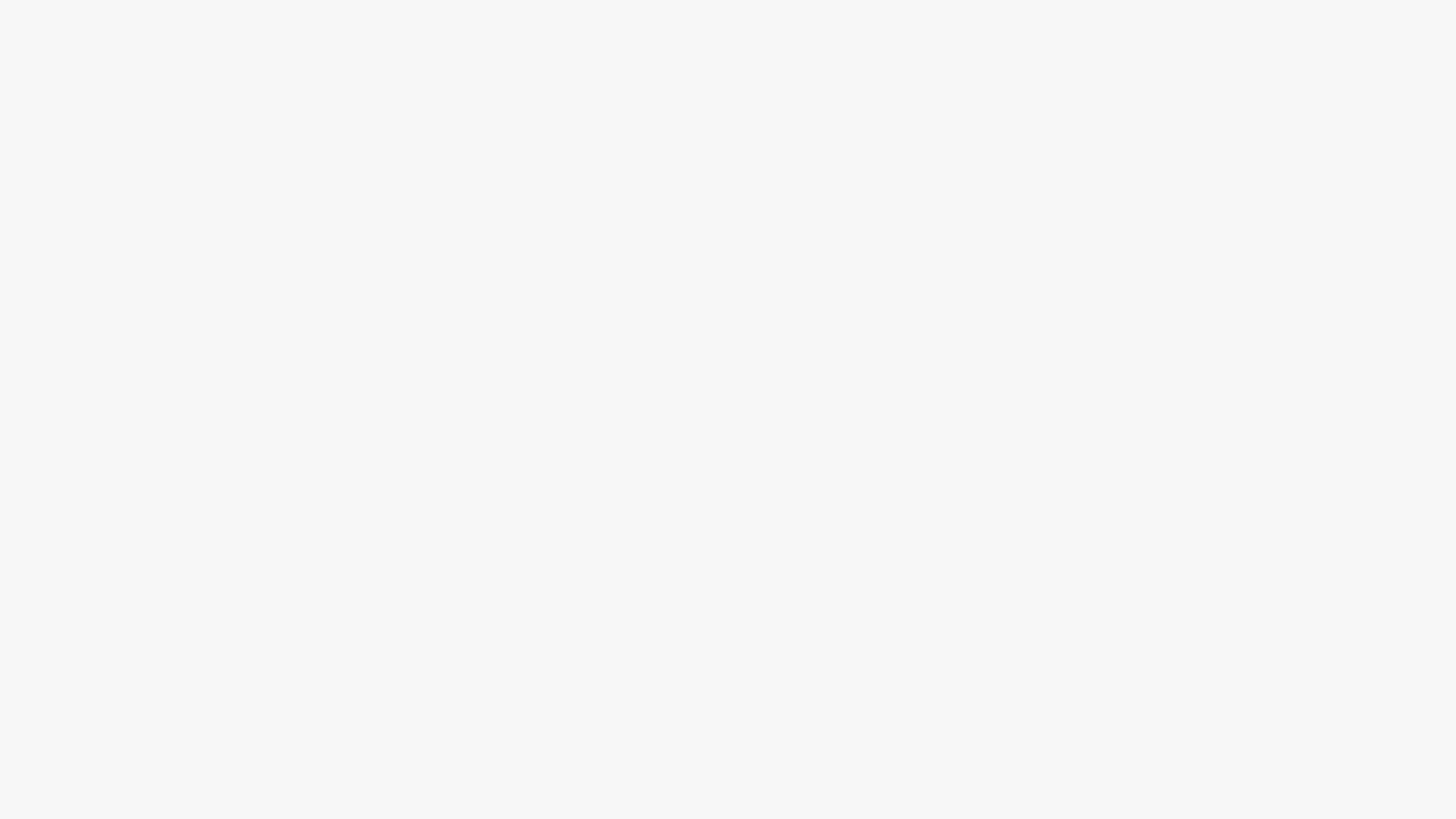  I want to click on LOGIN, so click(1279, 33).